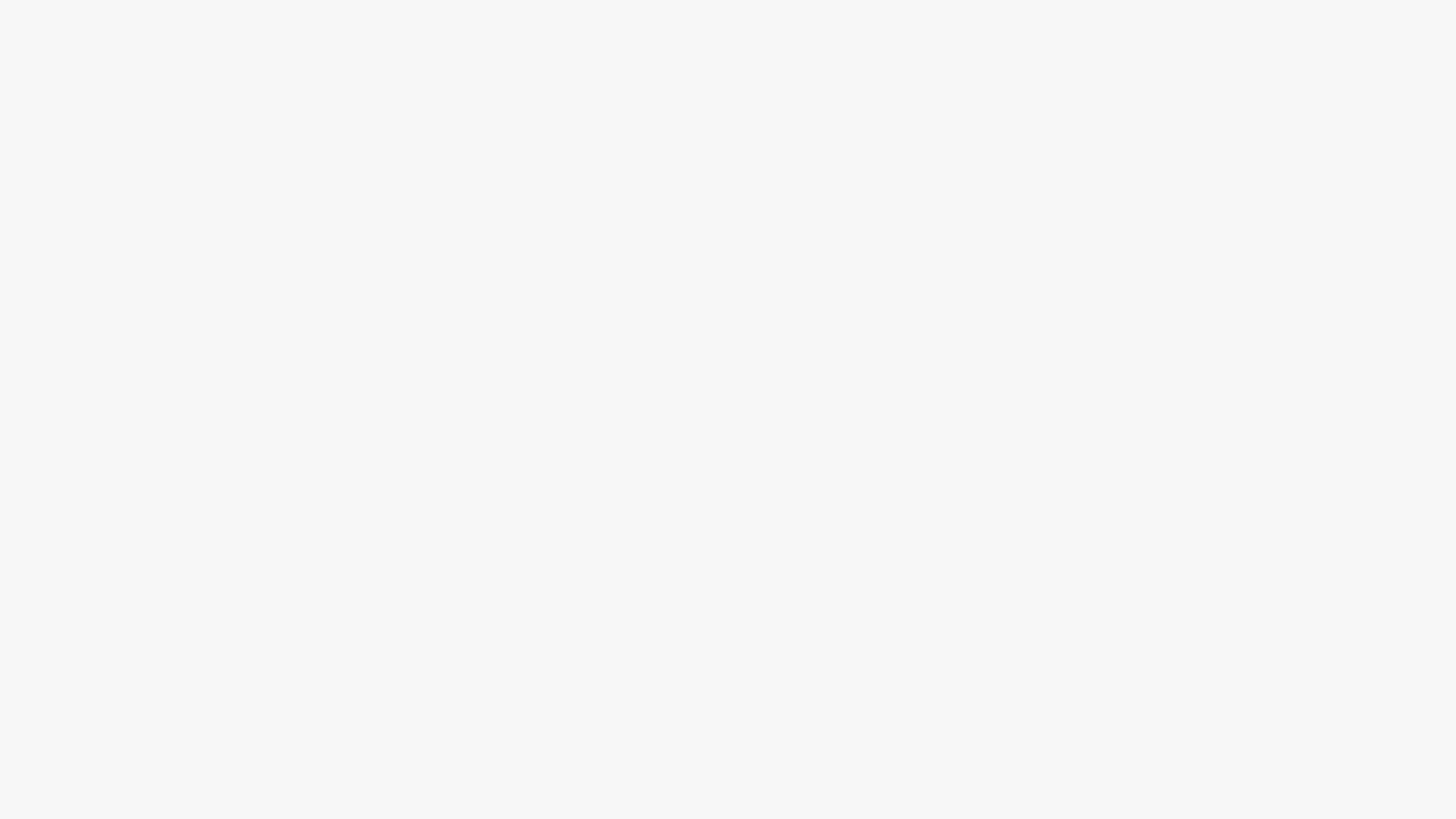  I want to click on LOGIN, so click(1279, 33).